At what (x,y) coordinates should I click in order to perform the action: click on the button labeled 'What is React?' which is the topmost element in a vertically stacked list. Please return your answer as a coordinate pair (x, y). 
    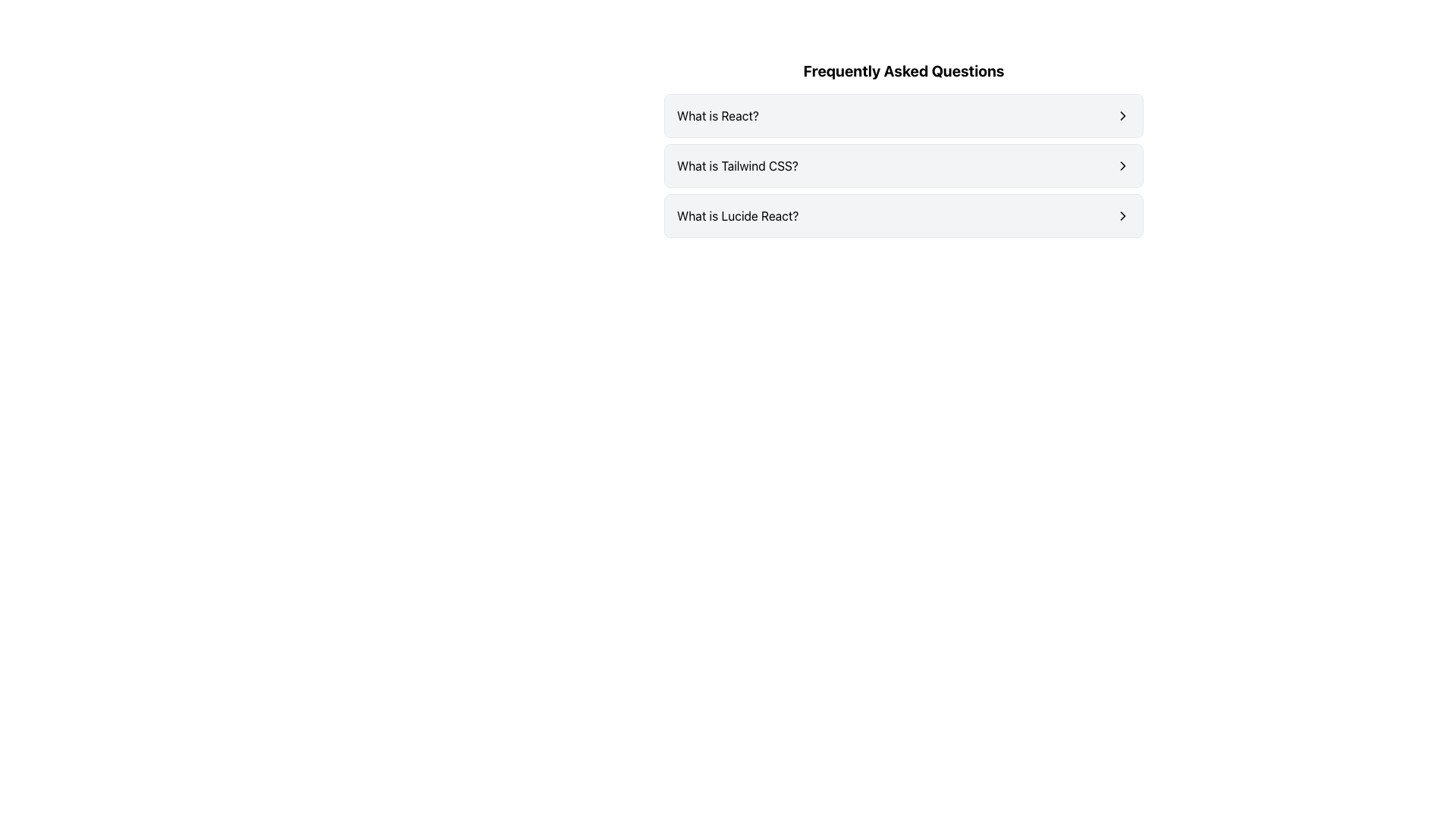
    Looking at the image, I should click on (903, 115).